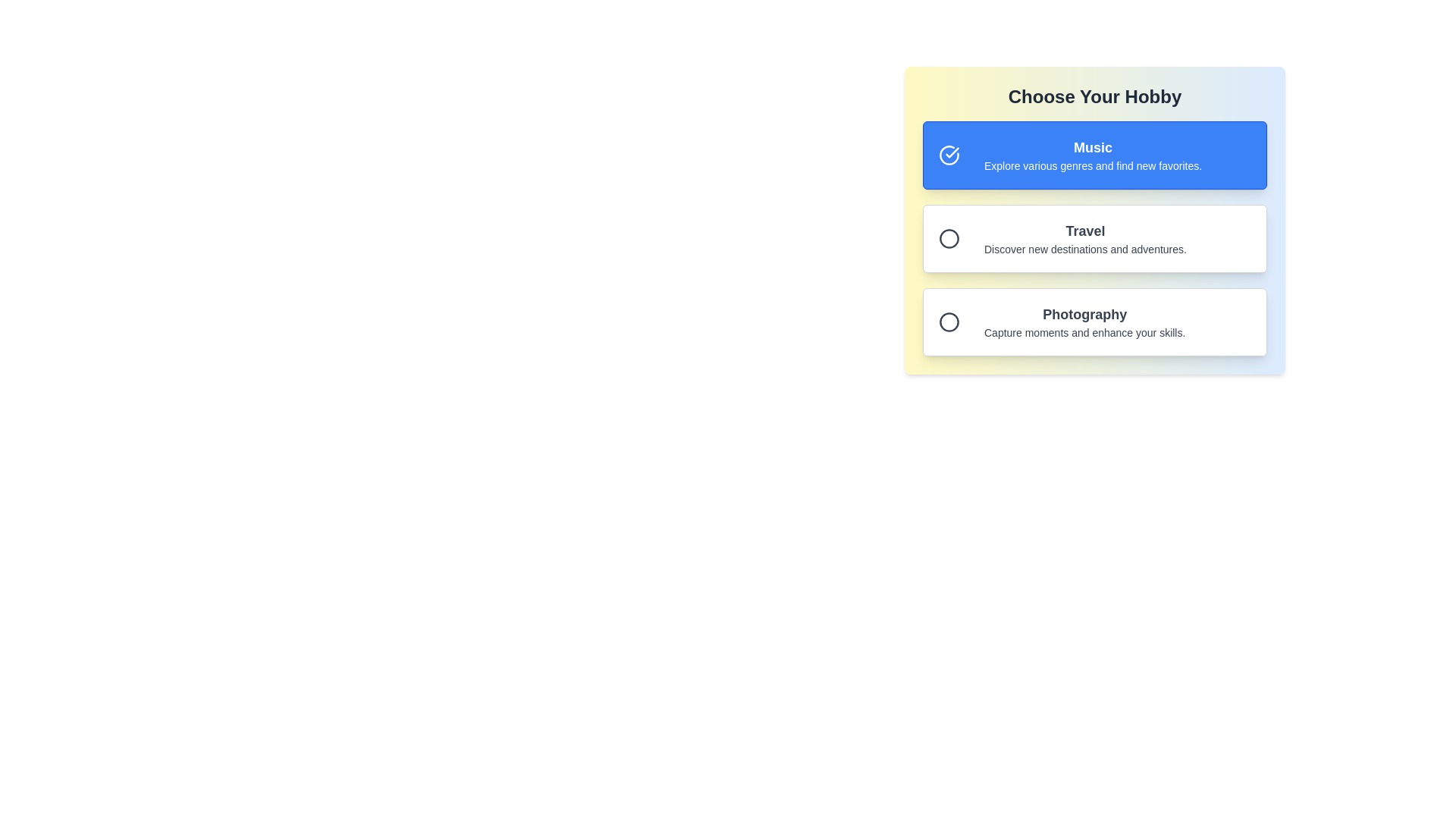  Describe the element at coordinates (1095, 155) in the screenshot. I see `the selectable item with a blue background and white text labeled 'Music', which includes a checkmark icon and is the first item in a vertical list` at that location.